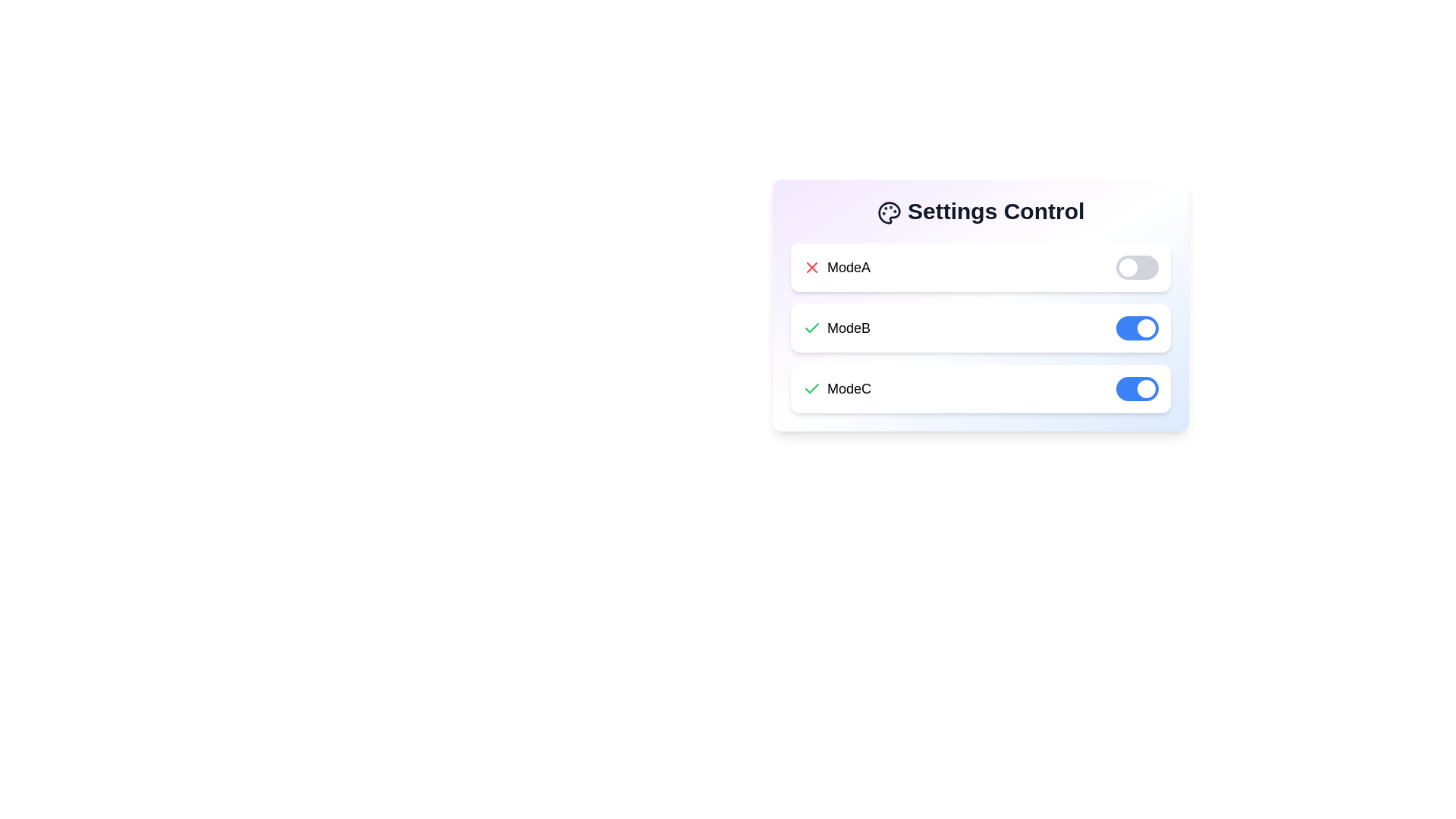  Describe the element at coordinates (889, 213) in the screenshot. I see `the settings icon located in the header section of the 'Settings Control' panel, which symbolizes customization or themes` at that location.